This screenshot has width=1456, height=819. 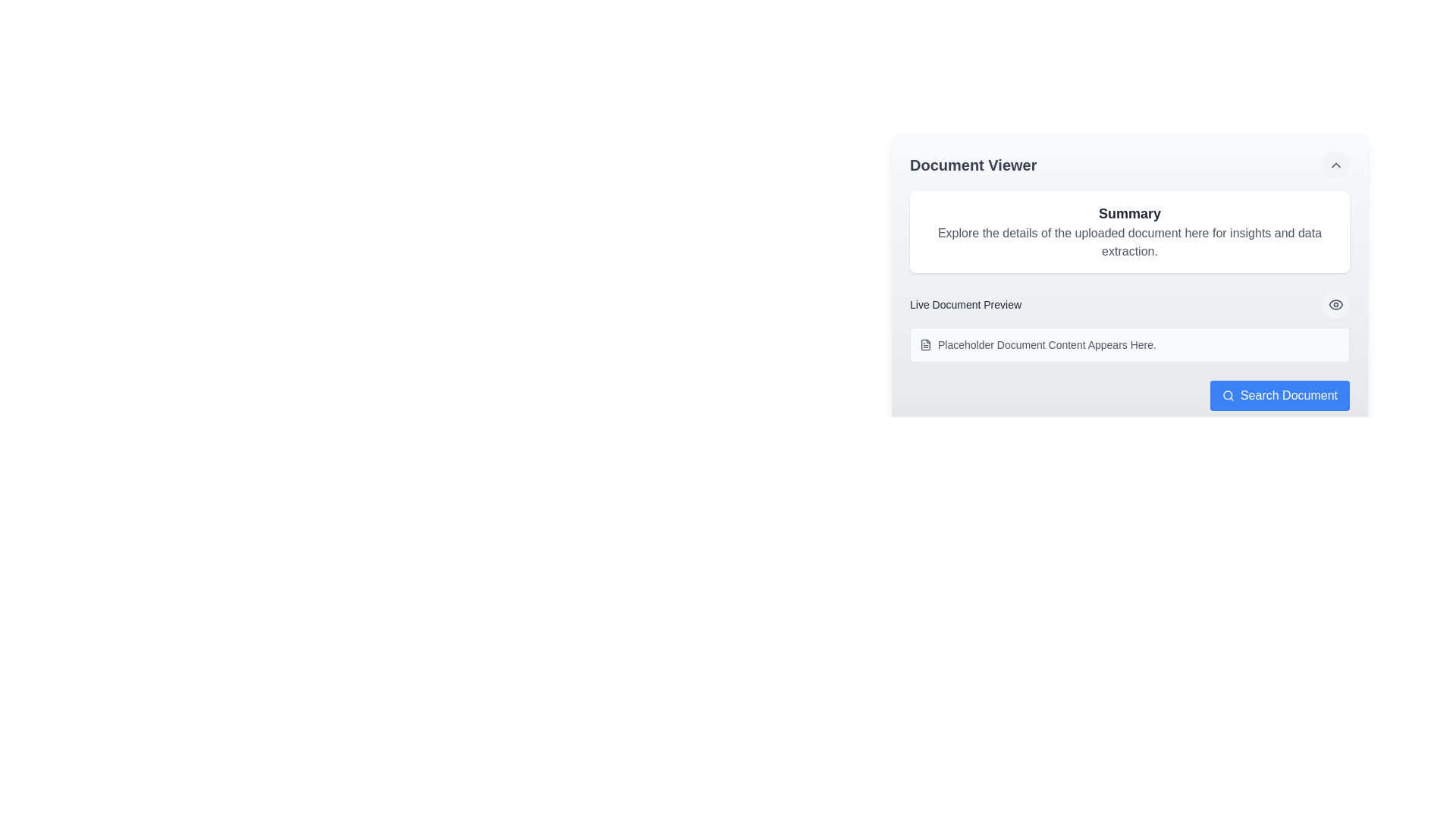 What do you see at coordinates (924, 345) in the screenshot?
I see `the document icon styled as a file with a folded corner located in the 'Live Document Preview' section` at bounding box center [924, 345].